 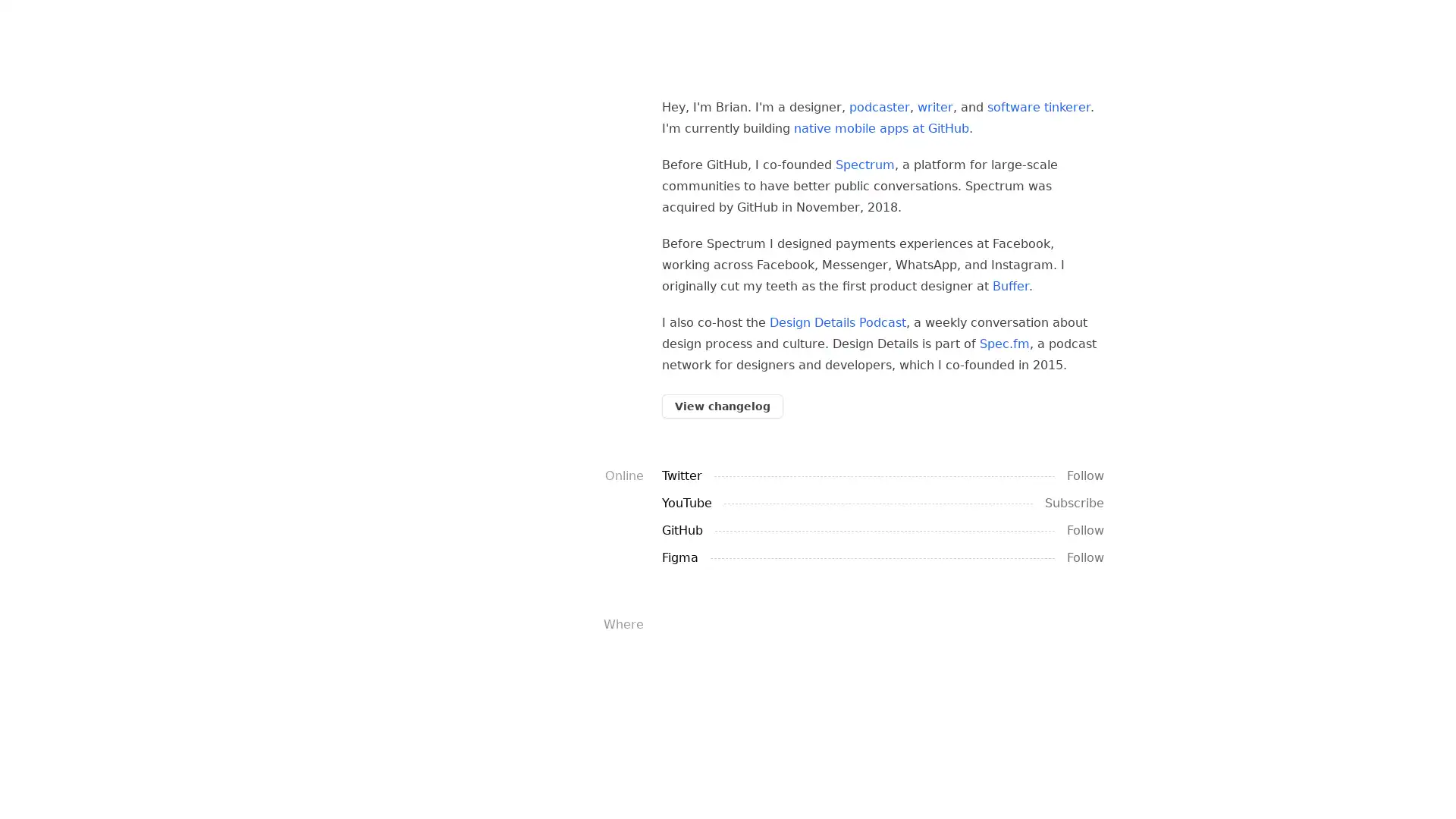 What do you see at coordinates (108, 800) in the screenshot?
I see `Sign in` at bounding box center [108, 800].